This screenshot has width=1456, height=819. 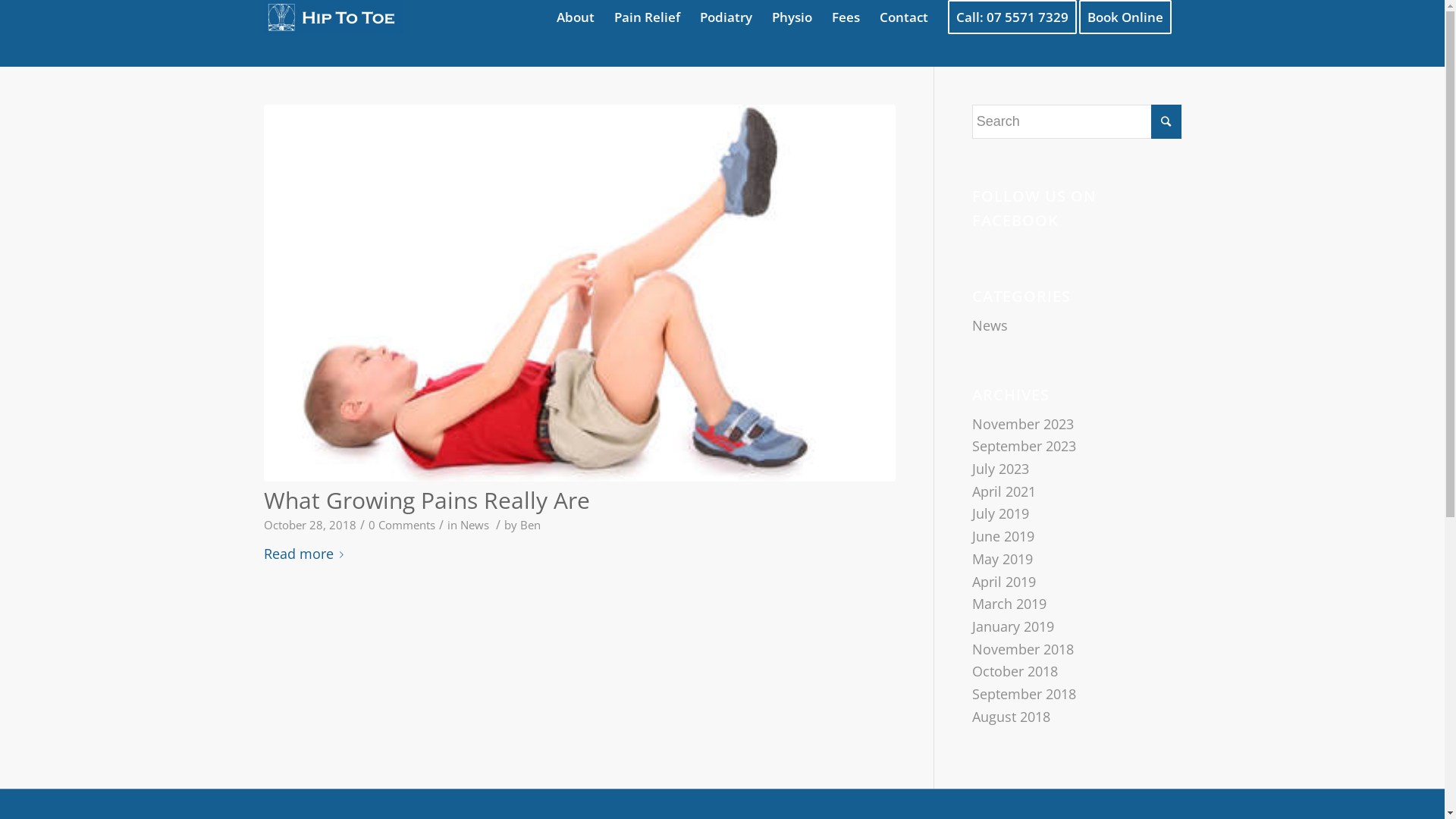 What do you see at coordinates (1003, 535) in the screenshot?
I see `'June 2019'` at bounding box center [1003, 535].